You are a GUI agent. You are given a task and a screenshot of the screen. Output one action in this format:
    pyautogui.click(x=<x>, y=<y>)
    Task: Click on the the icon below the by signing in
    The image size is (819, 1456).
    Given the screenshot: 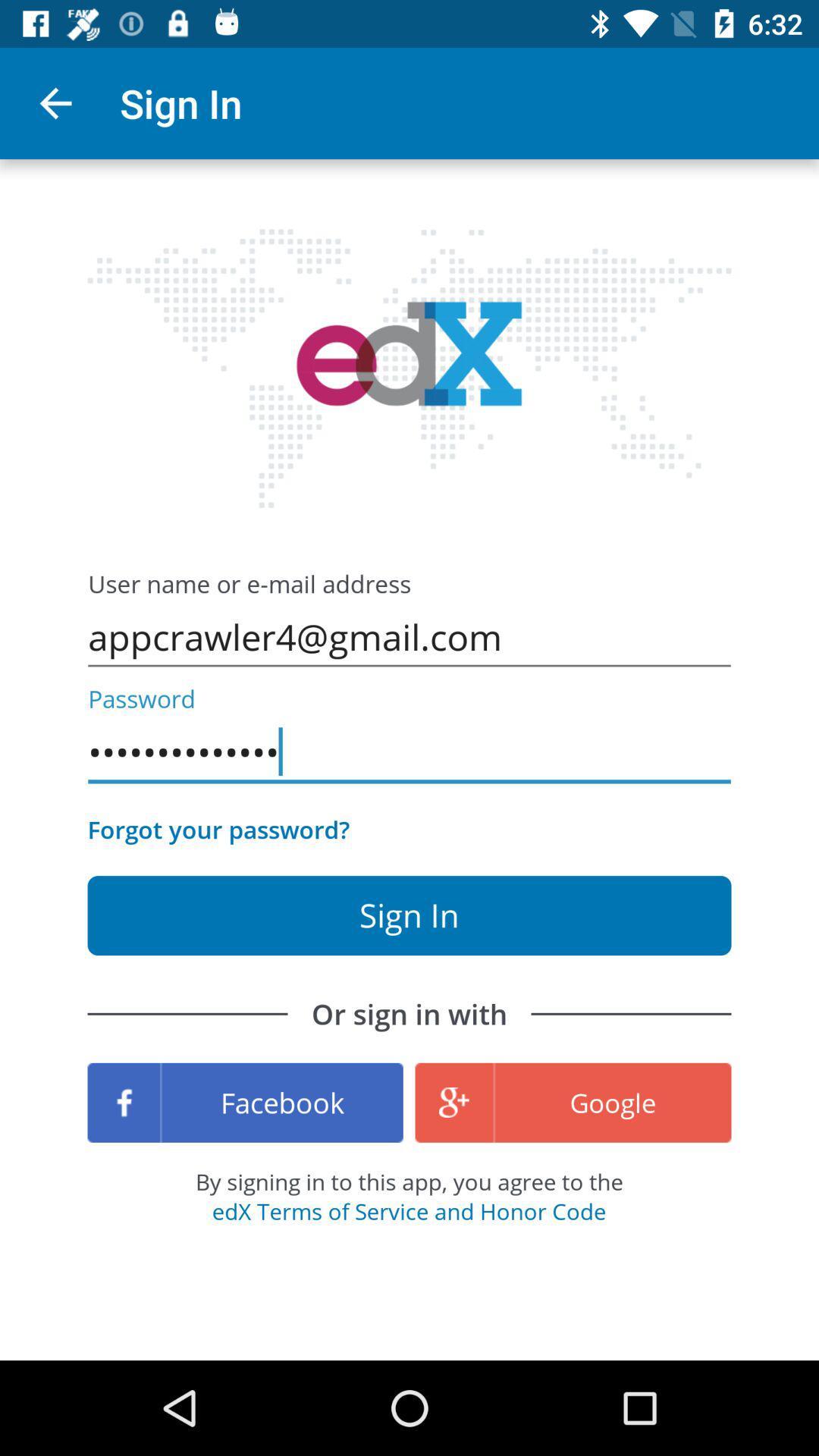 What is the action you would take?
    pyautogui.click(x=408, y=1210)
    